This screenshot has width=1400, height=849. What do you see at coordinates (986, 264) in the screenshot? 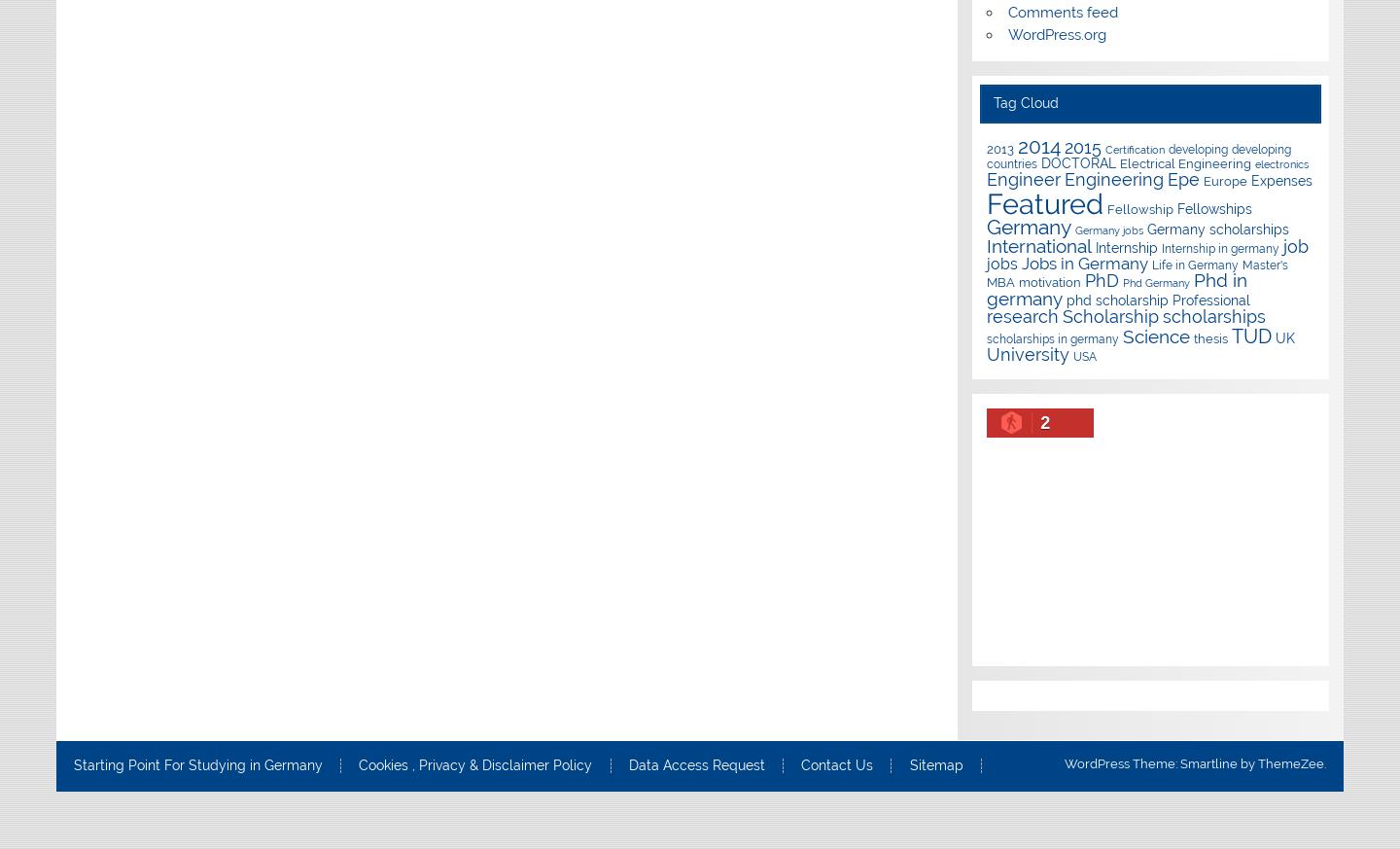
I see `'jobs'` at bounding box center [986, 264].